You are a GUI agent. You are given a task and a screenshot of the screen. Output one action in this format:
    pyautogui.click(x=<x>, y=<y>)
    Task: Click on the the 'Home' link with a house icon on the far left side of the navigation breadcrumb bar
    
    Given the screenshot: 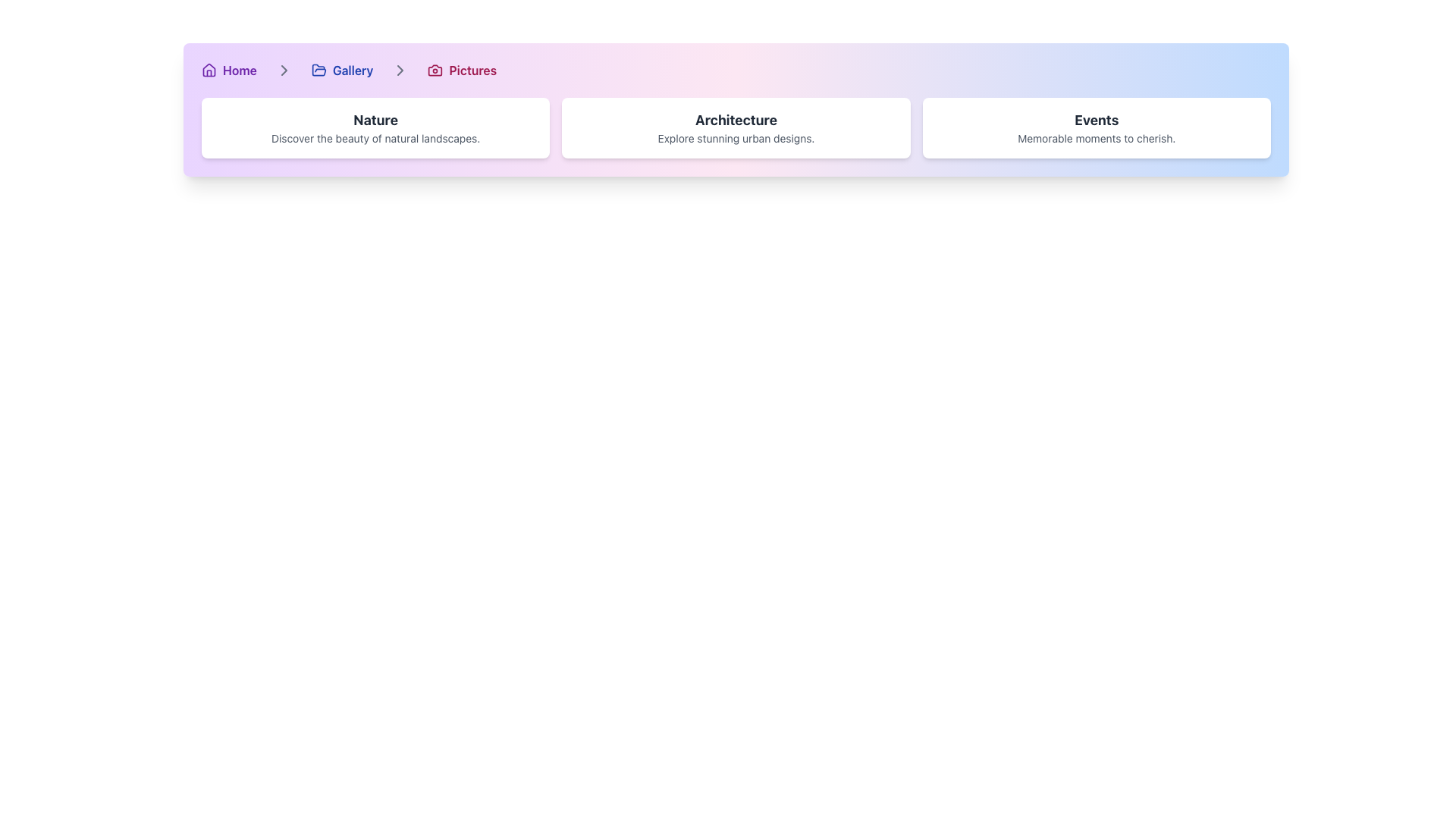 What is the action you would take?
    pyautogui.click(x=228, y=70)
    